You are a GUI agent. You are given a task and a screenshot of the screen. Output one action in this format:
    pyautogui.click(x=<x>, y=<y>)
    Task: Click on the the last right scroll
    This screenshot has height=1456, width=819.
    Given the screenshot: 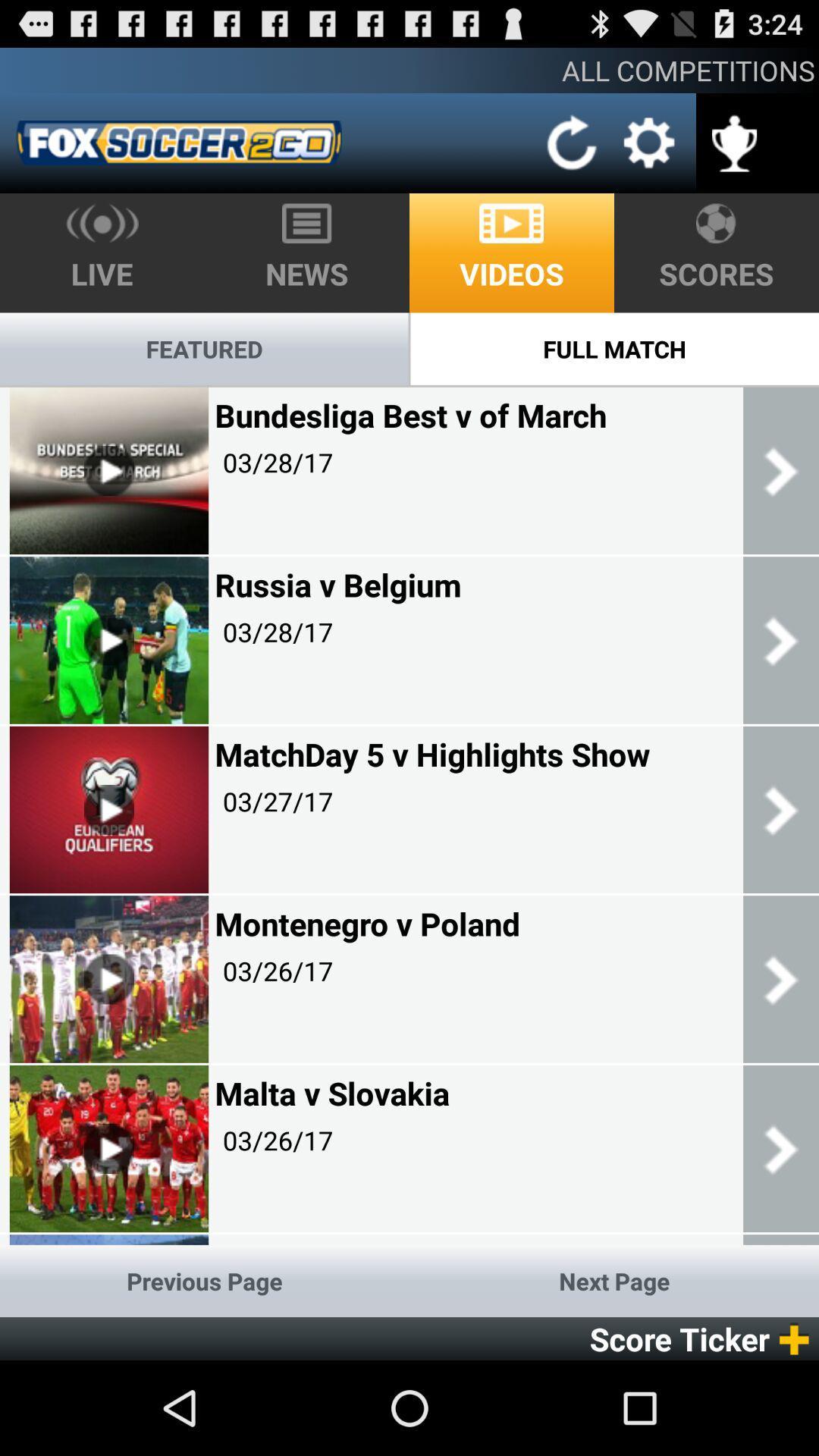 What is the action you would take?
    pyautogui.click(x=780, y=1149)
    